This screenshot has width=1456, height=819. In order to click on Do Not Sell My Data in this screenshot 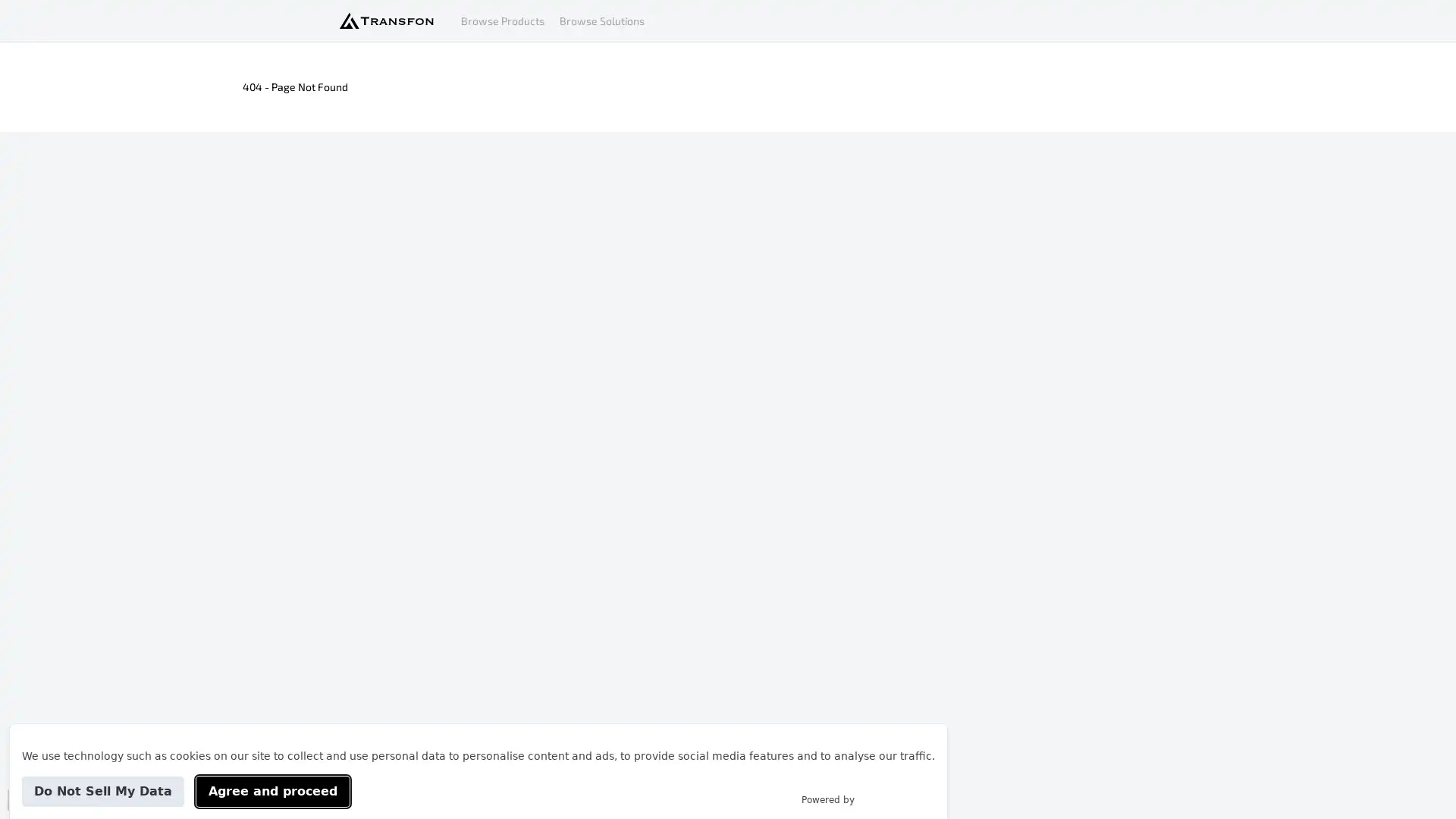, I will do `click(102, 791)`.